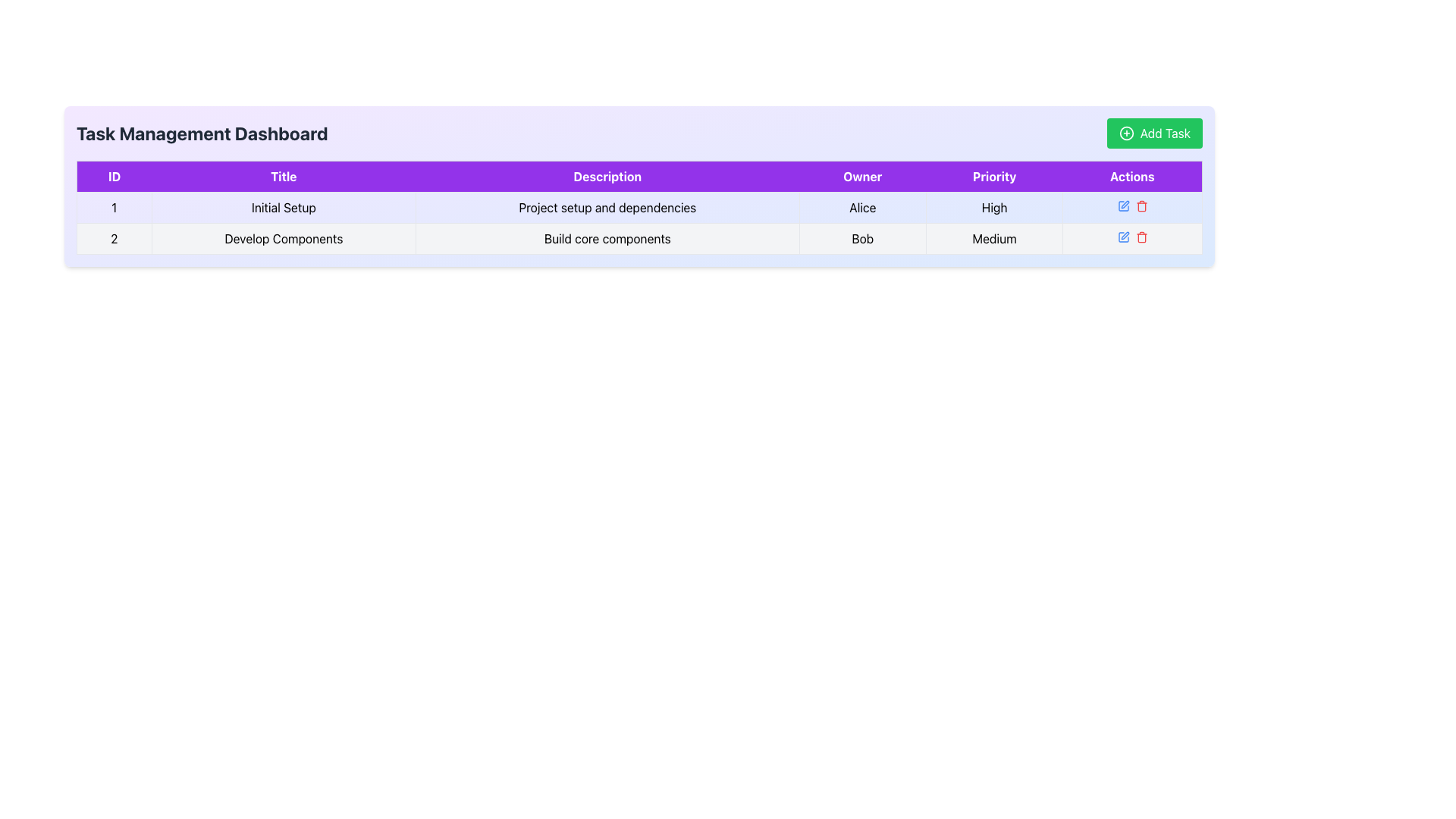 This screenshot has height=819, width=1456. I want to click on the SVG icon resembling a pen or pencil located in the 'Actions' column of the second row within a table layout, so click(1125, 205).